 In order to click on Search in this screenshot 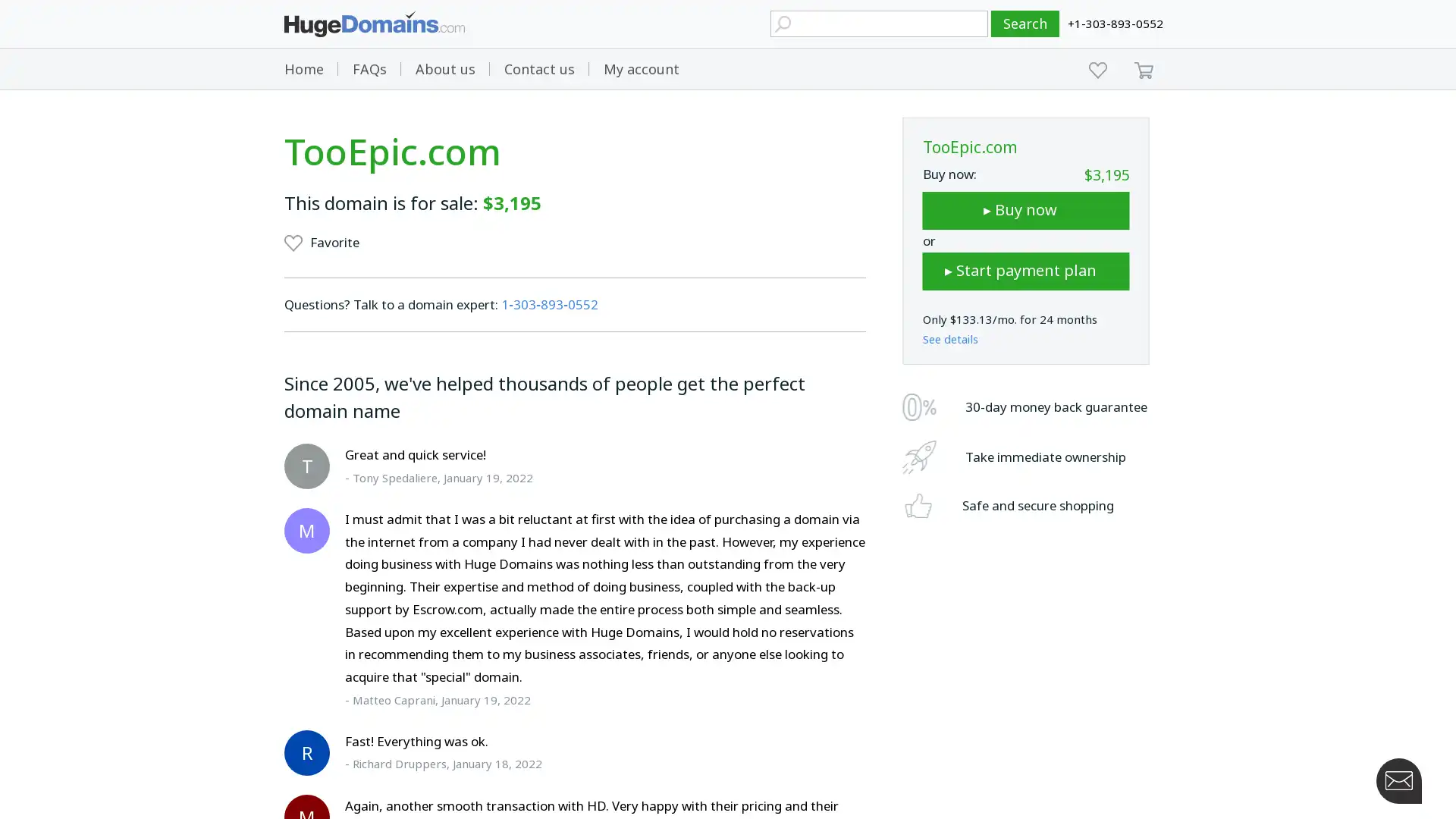, I will do `click(1025, 24)`.